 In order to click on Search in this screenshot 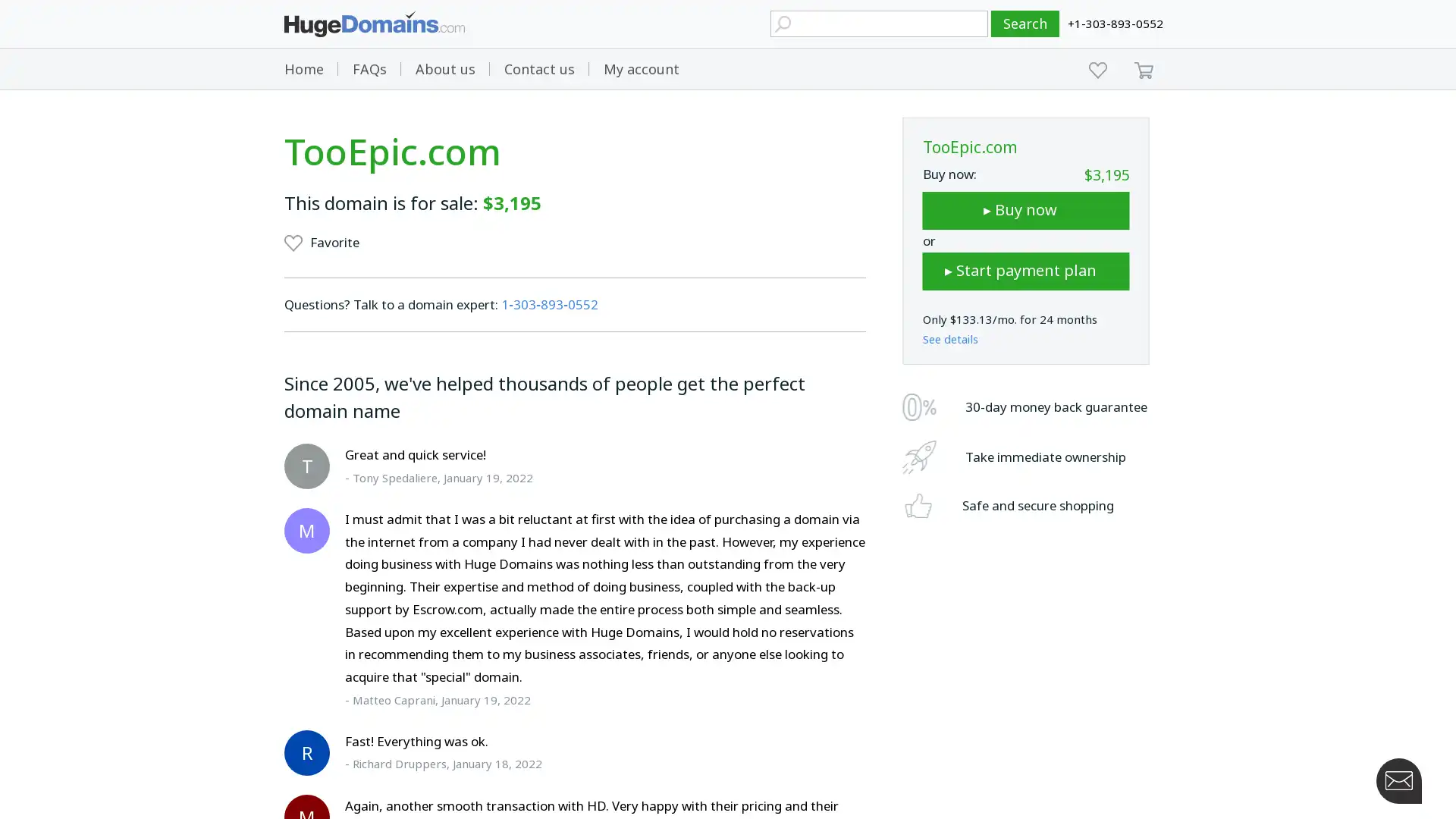, I will do `click(1025, 24)`.